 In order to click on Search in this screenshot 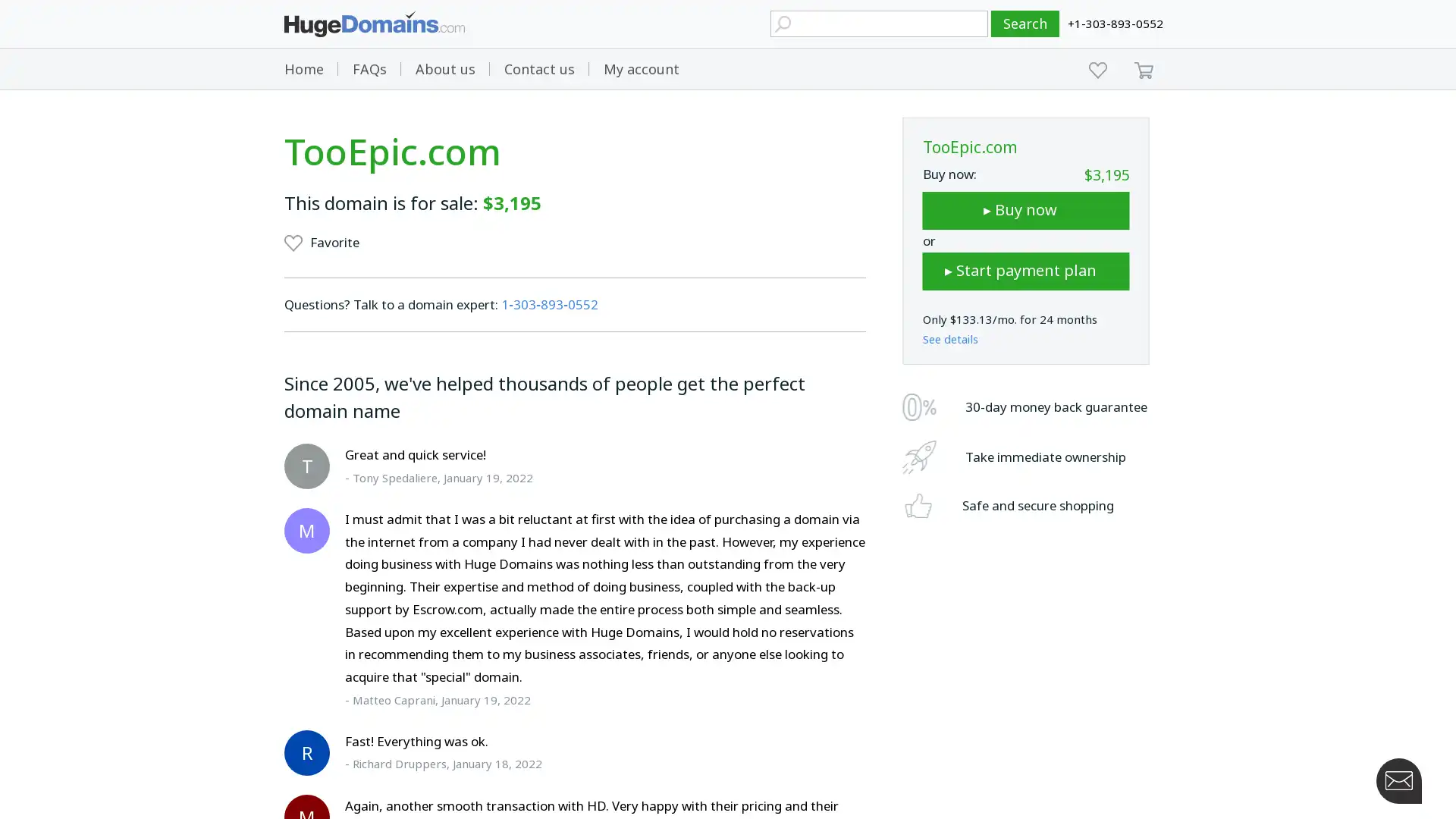, I will do `click(1025, 24)`.